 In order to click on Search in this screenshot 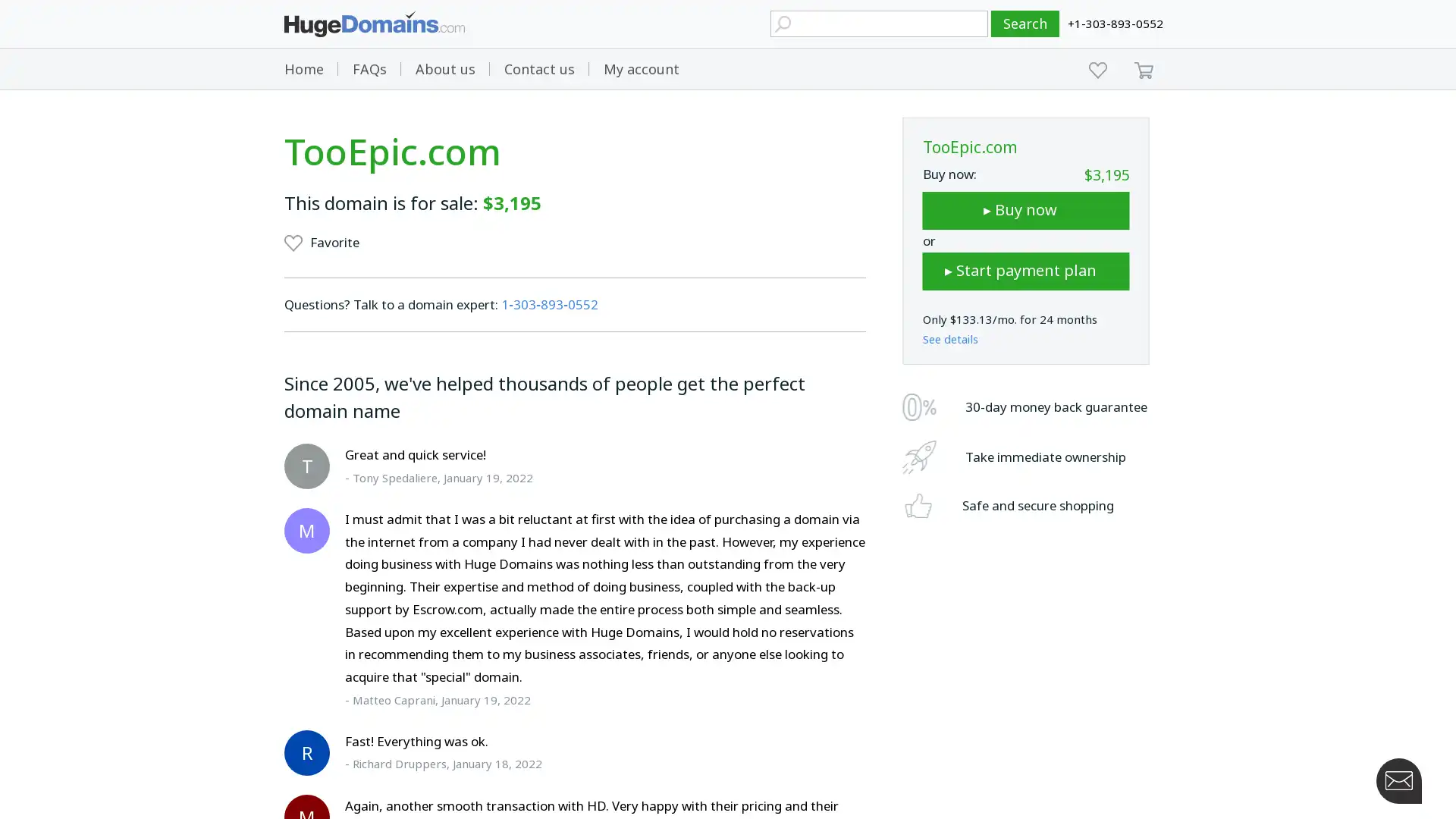, I will do `click(1025, 24)`.